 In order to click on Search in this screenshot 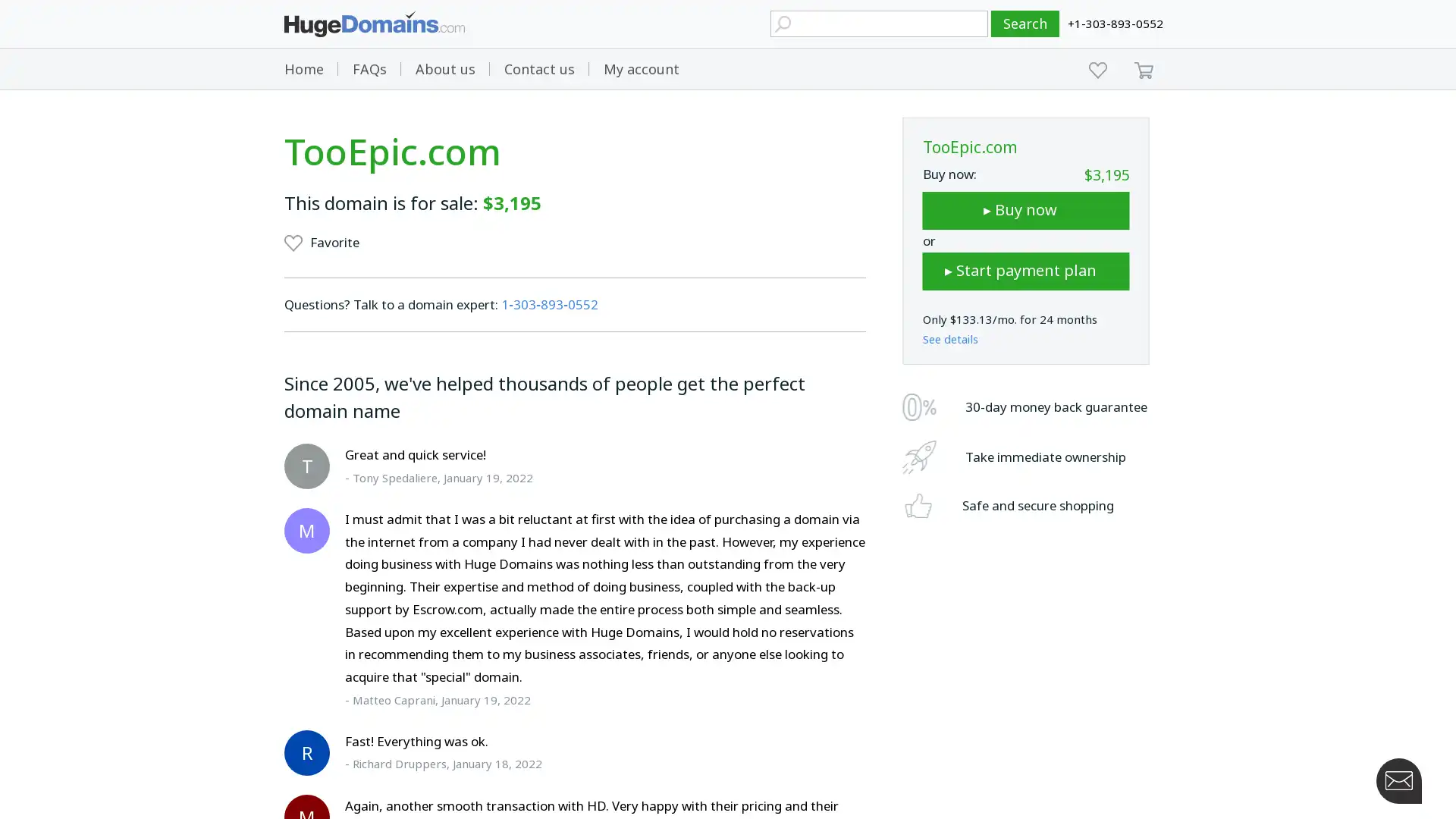, I will do `click(1025, 24)`.